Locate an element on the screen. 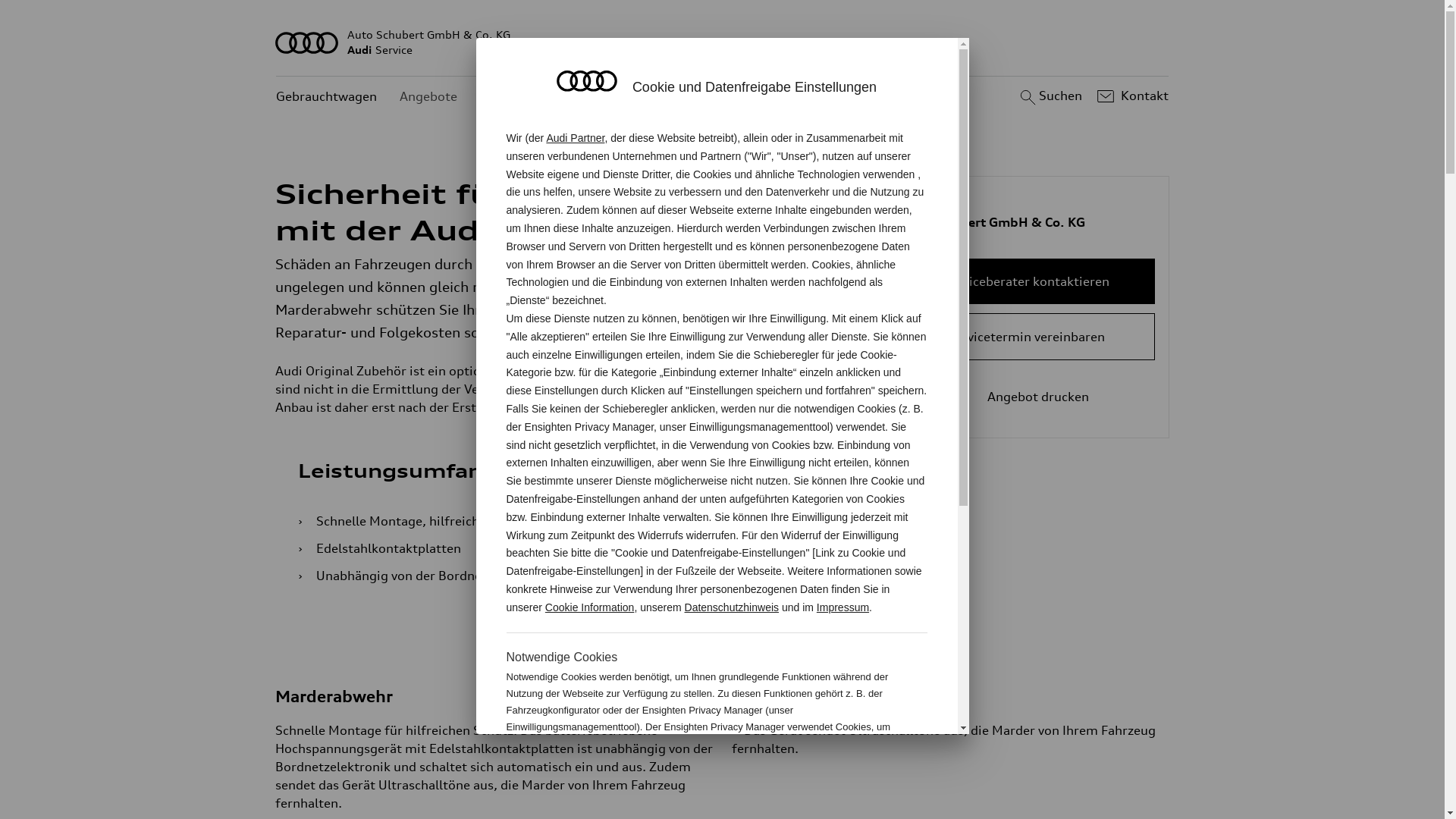 This screenshot has height=819, width=1456. 'Servicetermin vereinbaren' is located at coordinates (1026, 335).